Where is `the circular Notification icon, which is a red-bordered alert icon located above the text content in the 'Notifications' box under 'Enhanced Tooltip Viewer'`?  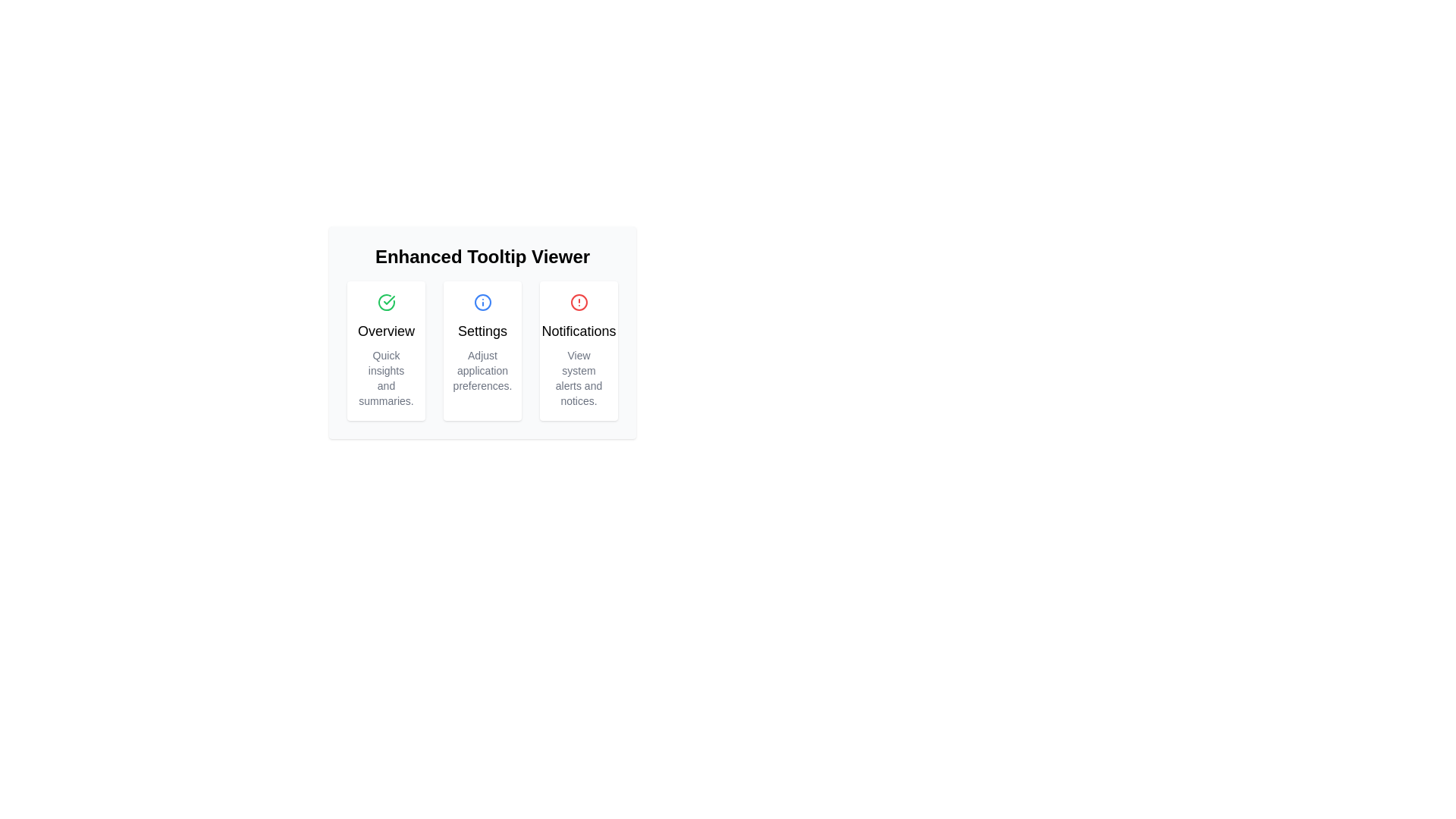 the circular Notification icon, which is a red-bordered alert icon located above the text content in the 'Notifications' box under 'Enhanced Tooltip Viewer' is located at coordinates (578, 302).